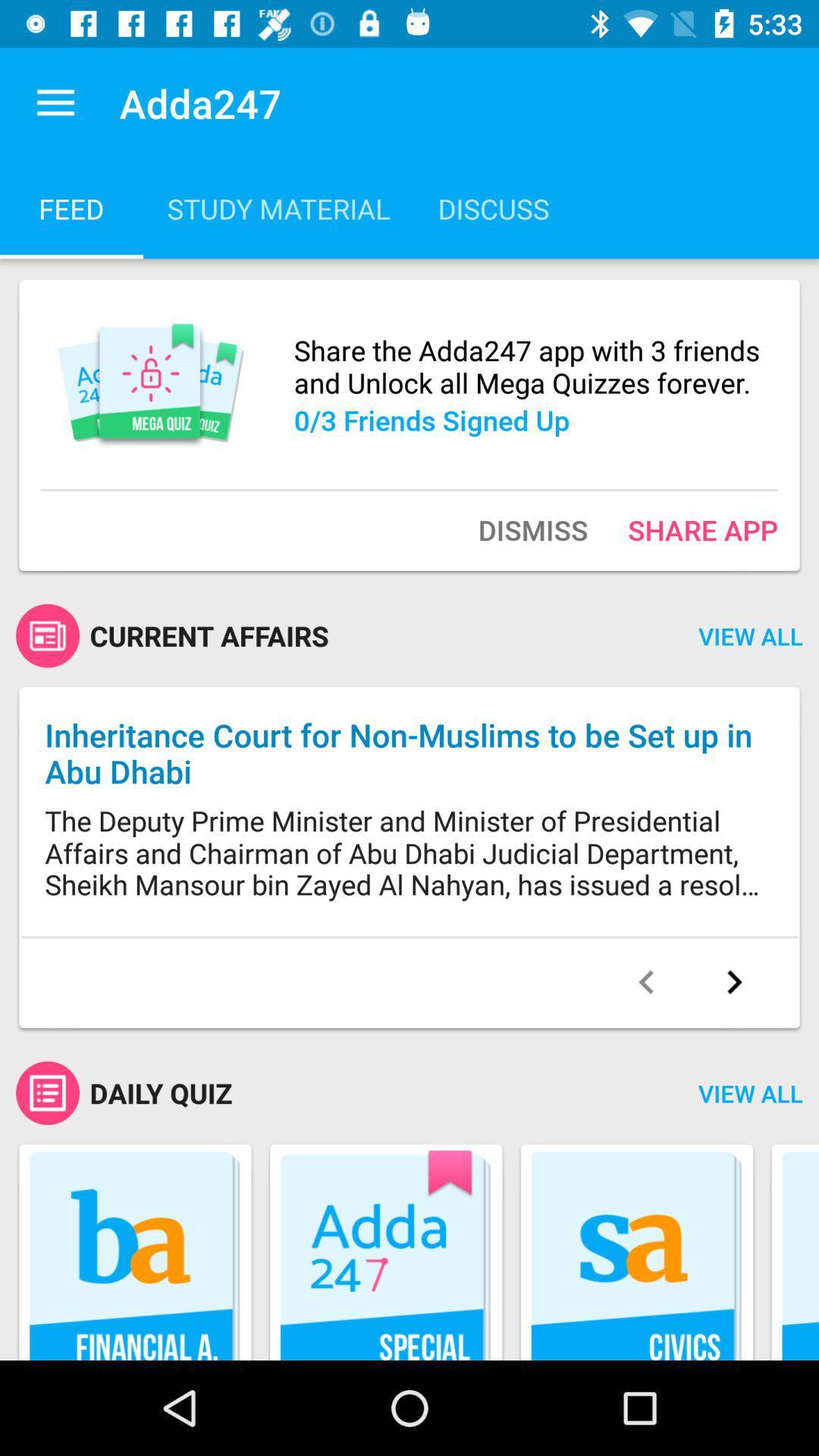 This screenshot has width=819, height=1456. What do you see at coordinates (646, 982) in the screenshot?
I see `the arrow_backward icon` at bounding box center [646, 982].